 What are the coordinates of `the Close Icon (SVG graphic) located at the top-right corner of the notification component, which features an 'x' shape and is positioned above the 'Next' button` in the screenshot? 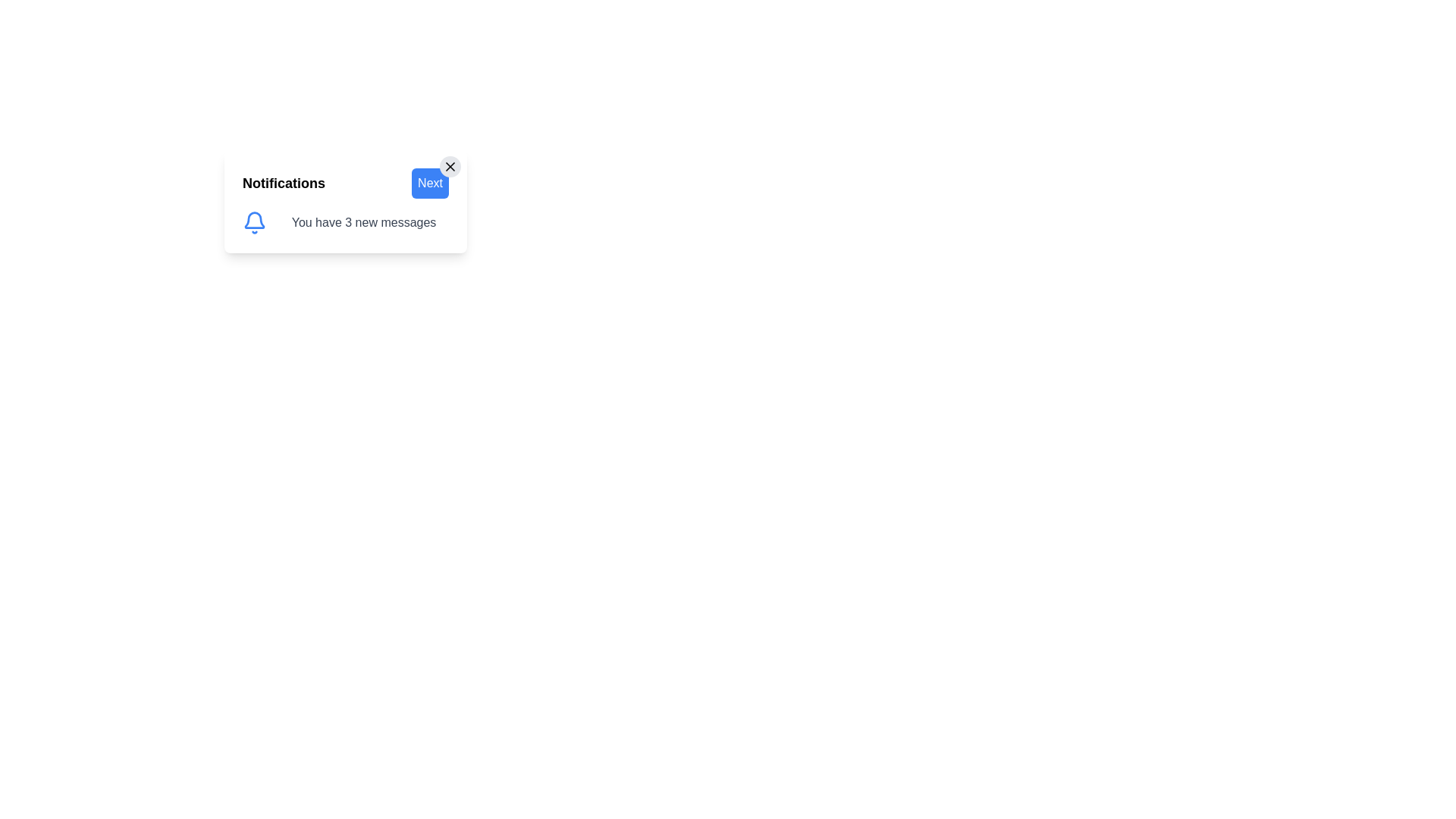 It's located at (450, 166).